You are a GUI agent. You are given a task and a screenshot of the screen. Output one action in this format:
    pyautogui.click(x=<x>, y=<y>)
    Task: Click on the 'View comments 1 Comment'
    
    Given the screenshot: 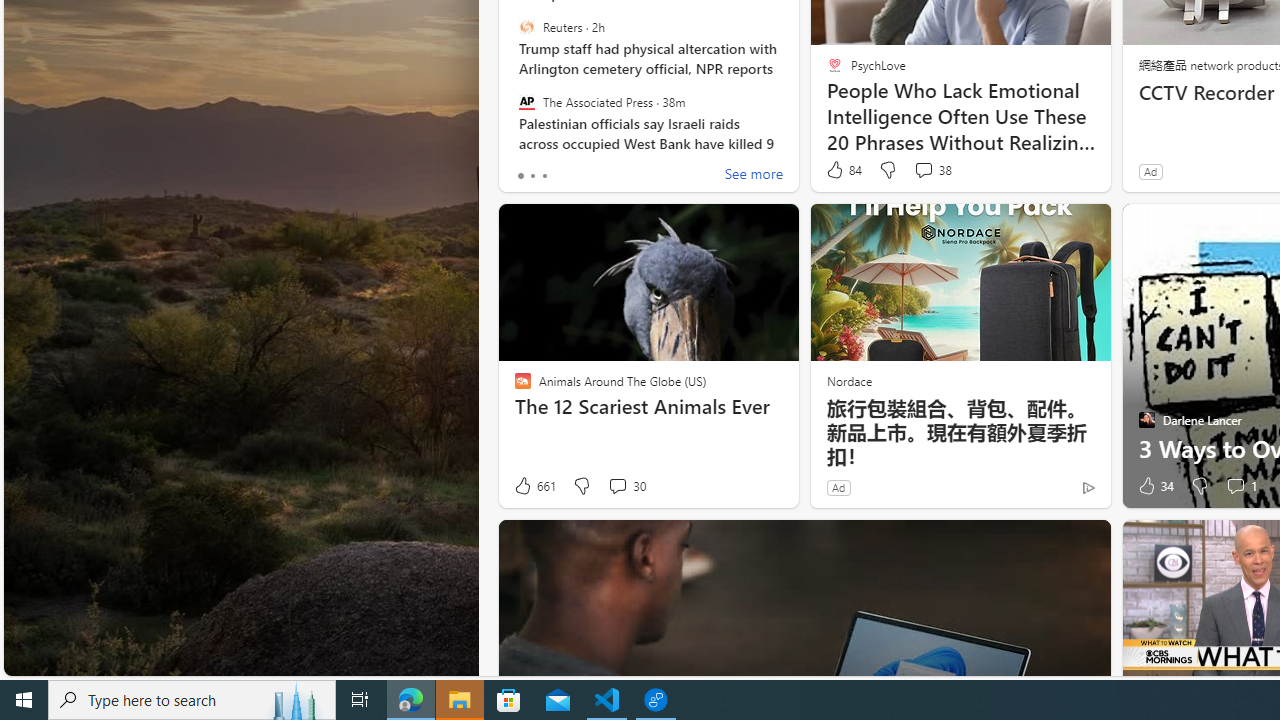 What is the action you would take?
    pyautogui.click(x=1234, y=486)
    